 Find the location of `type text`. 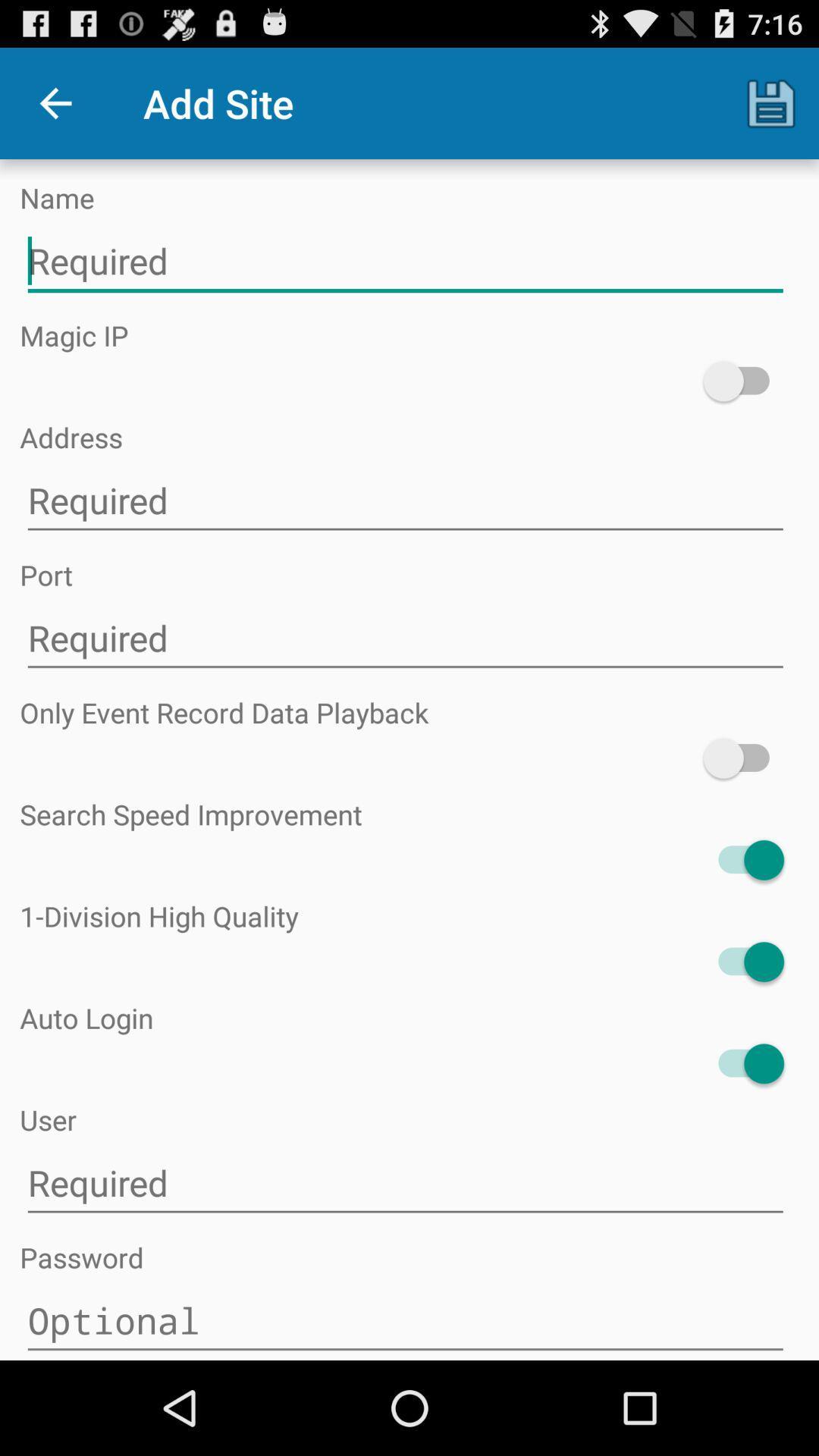

type text is located at coordinates (404, 639).